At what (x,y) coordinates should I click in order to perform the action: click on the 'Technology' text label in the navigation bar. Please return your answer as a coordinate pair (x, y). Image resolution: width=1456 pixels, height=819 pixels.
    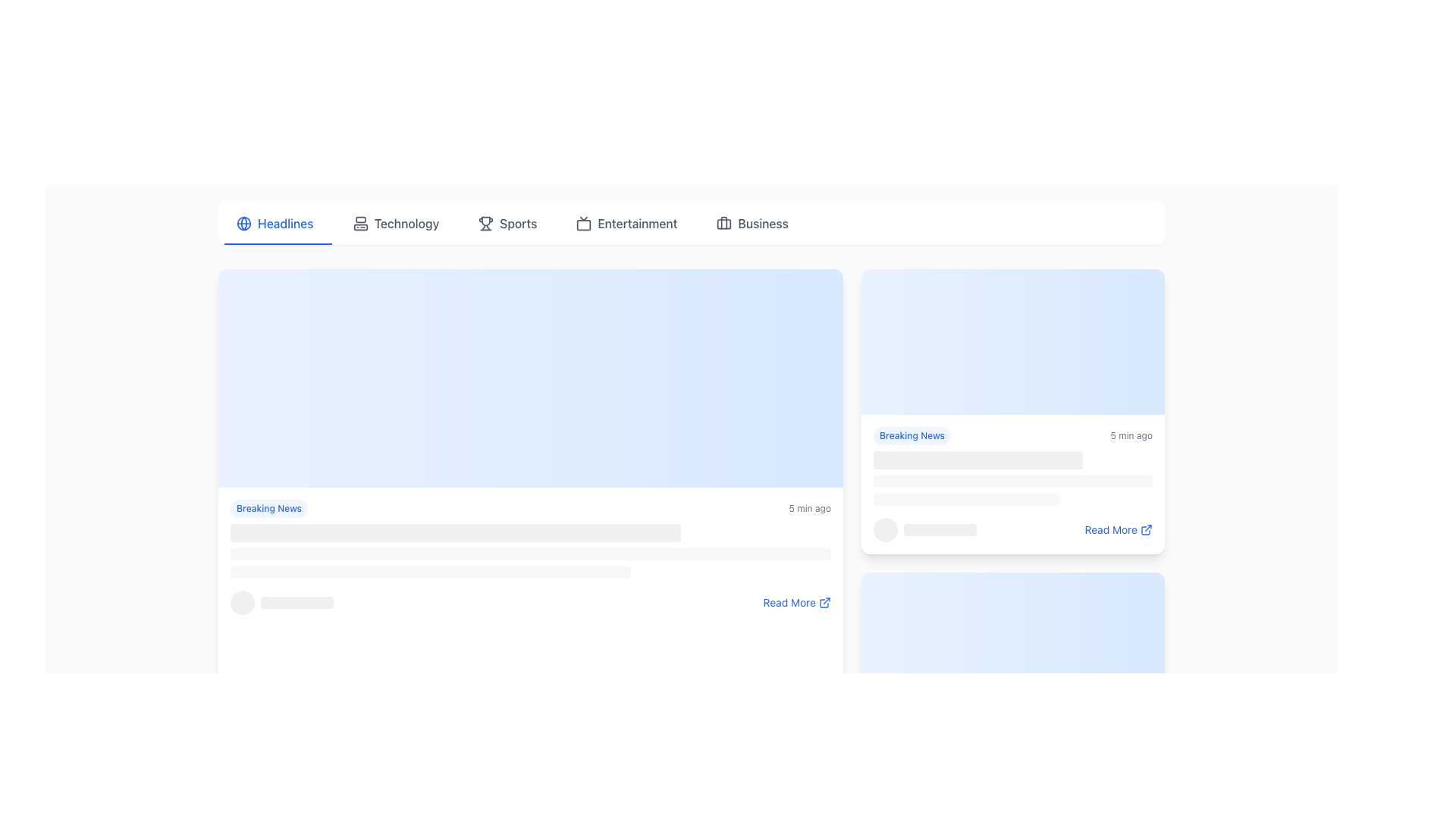
    Looking at the image, I should click on (406, 223).